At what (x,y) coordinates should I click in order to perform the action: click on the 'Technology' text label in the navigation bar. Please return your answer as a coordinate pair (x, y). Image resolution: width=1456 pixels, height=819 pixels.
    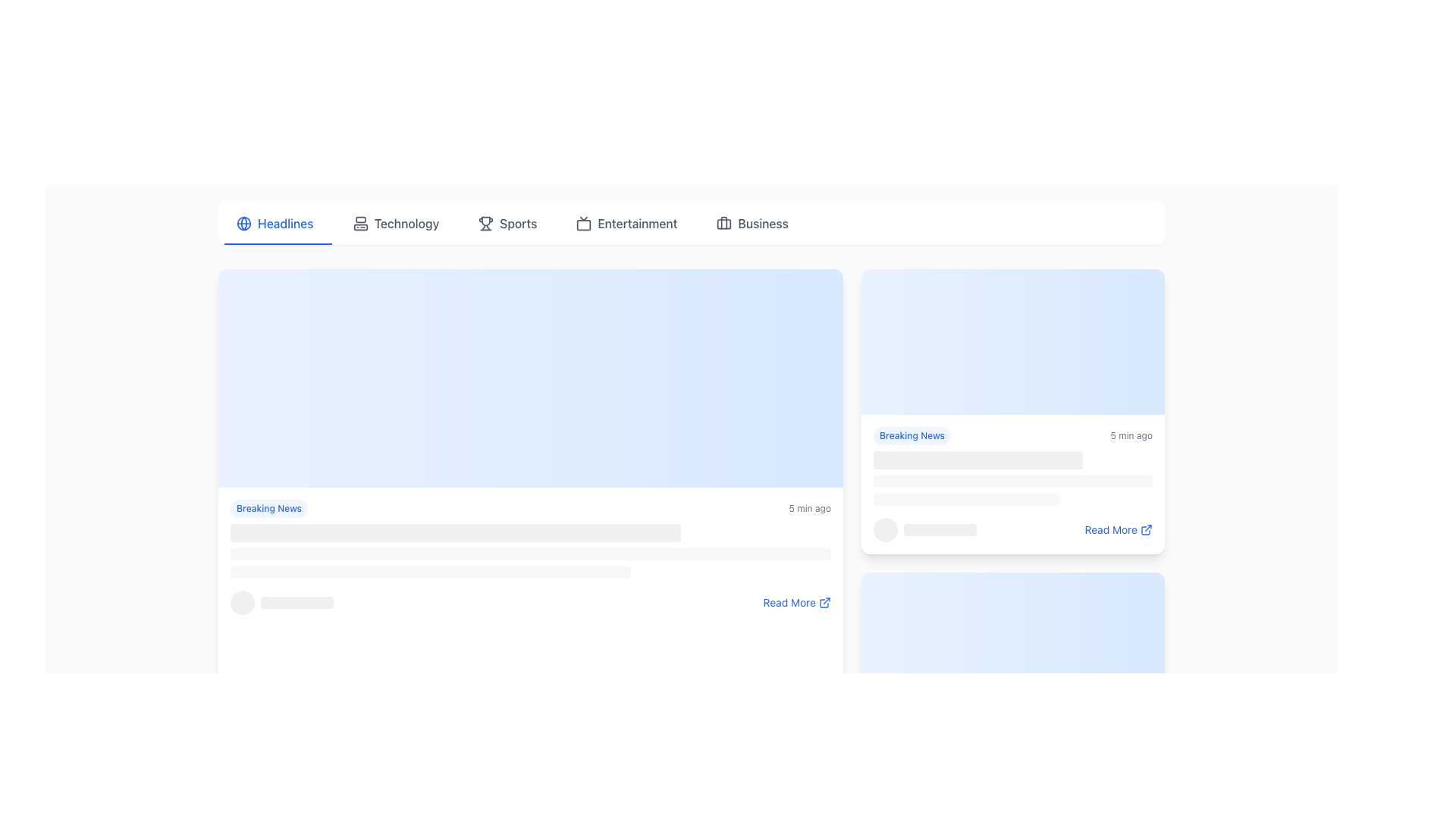
    Looking at the image, I should click on (406, 223).